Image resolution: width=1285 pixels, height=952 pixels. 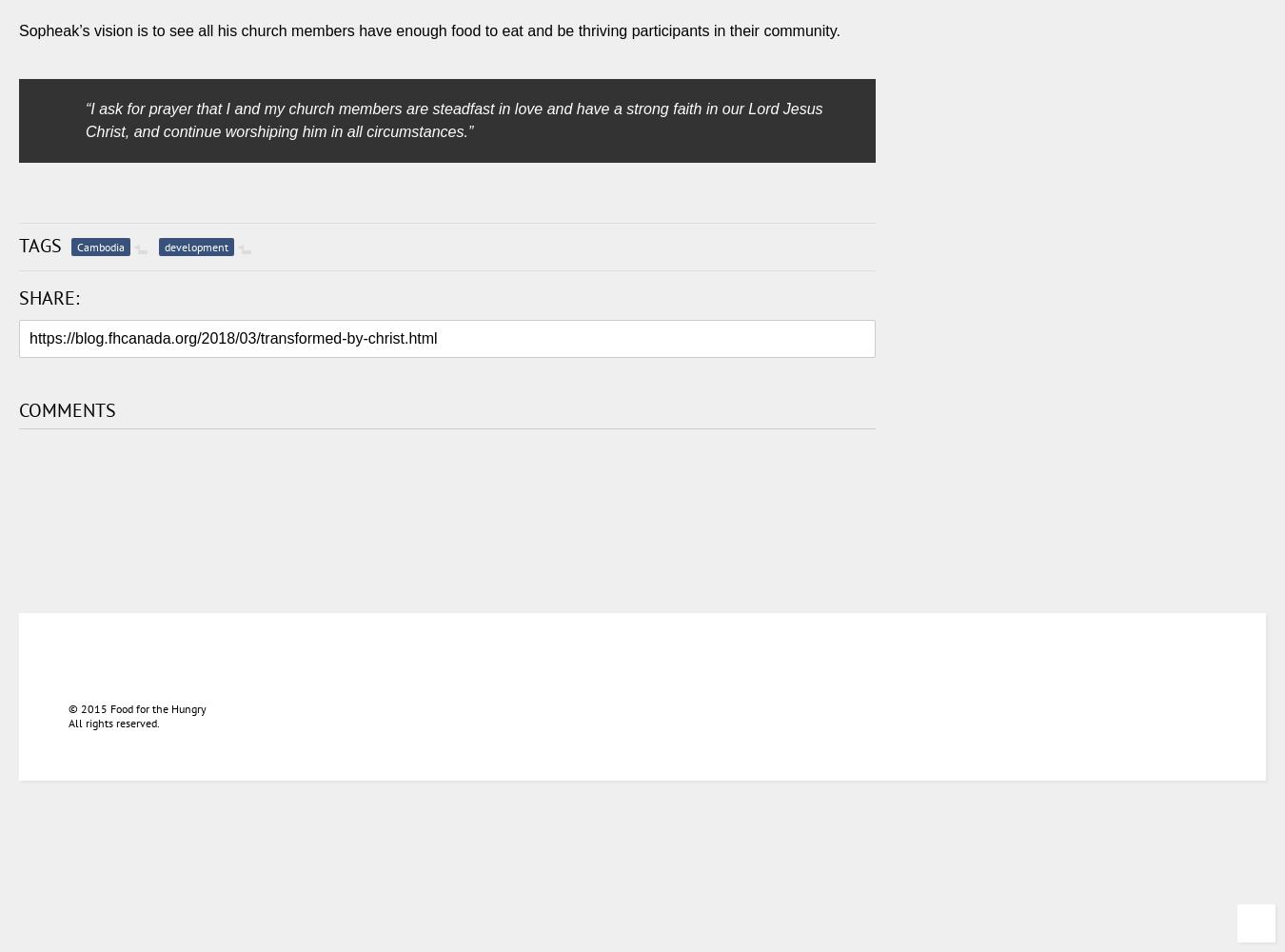 What do you see at coordinates (48, 297) in the screenshot?
I see `'SHARE:'` at bounding box center [48, 297].